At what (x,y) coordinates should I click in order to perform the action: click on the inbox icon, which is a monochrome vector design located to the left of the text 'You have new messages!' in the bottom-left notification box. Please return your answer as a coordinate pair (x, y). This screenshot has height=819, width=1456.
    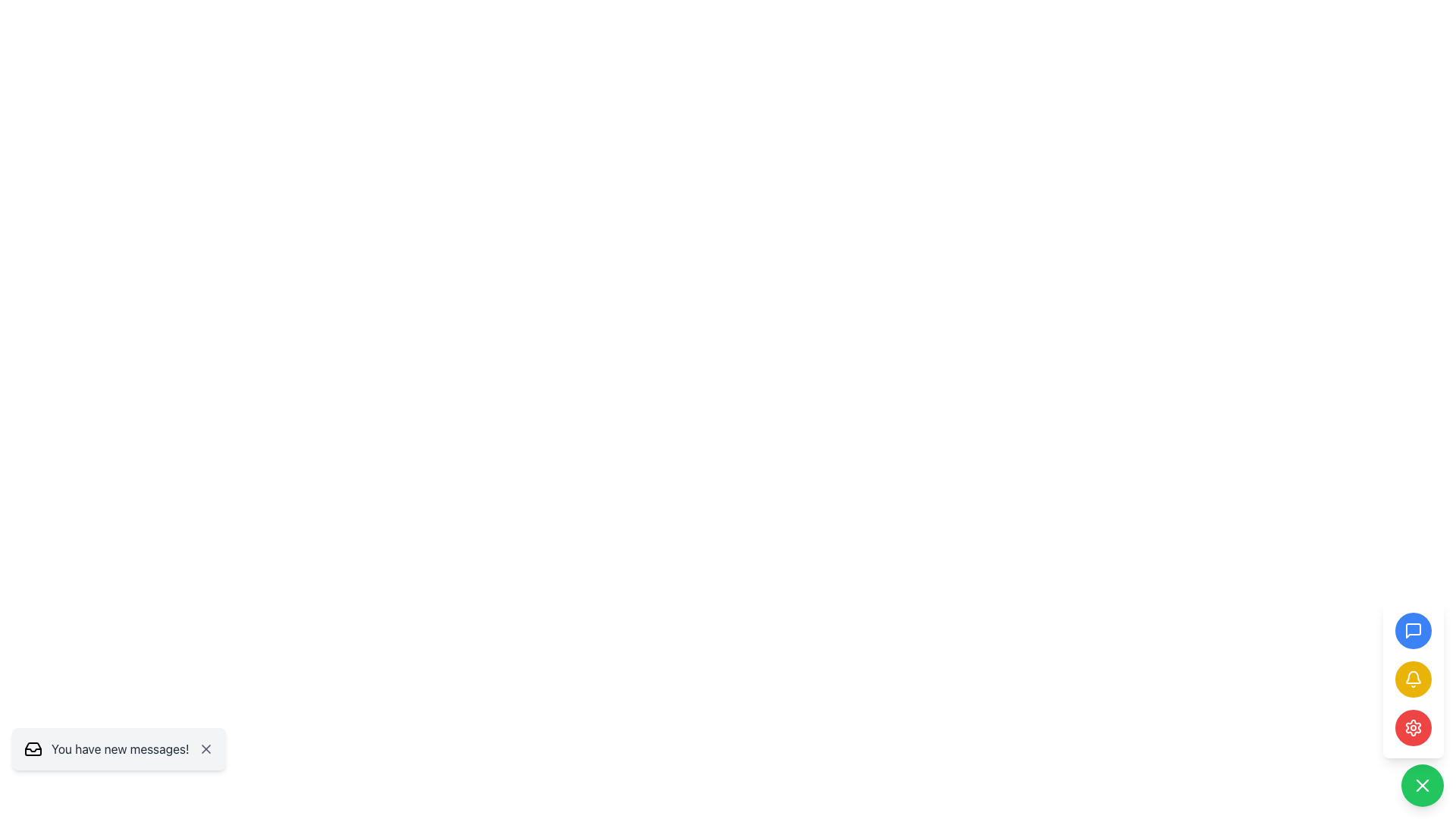
    Looking at the image, I should click on (33, 748).